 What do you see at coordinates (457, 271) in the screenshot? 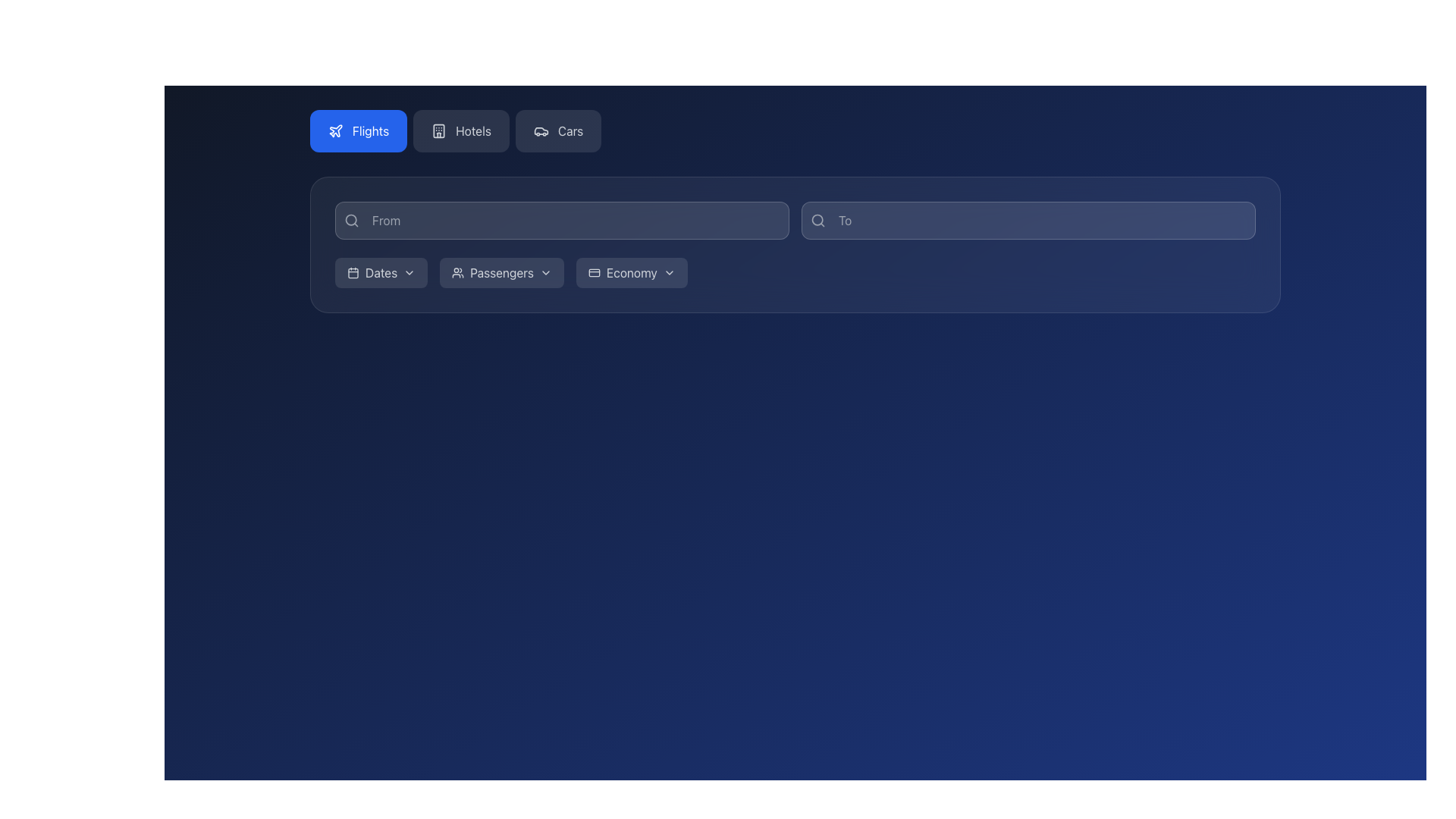
I see `the 'Passengers' button, which is represented by an Icon located on the left side of the button adjacent to the label 'Passengers'` at bounding box center [457, 271].